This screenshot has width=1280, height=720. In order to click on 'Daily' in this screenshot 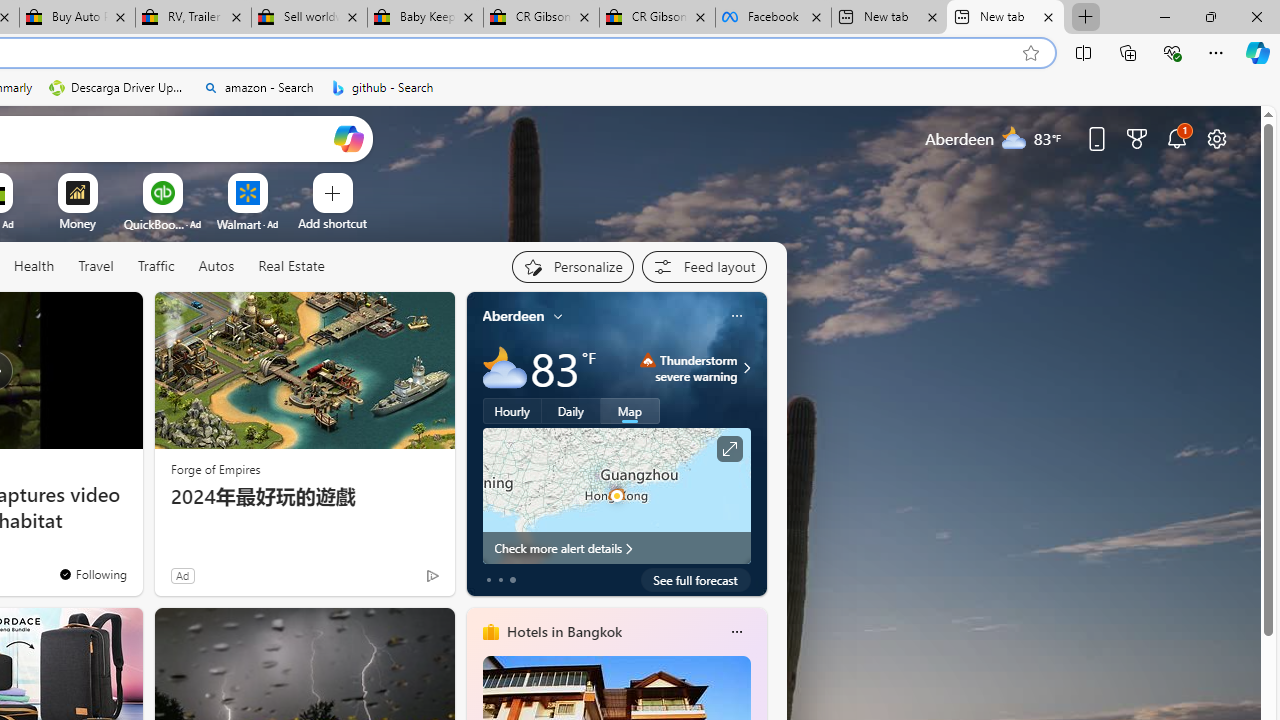, I will do `click(570, 410)`.